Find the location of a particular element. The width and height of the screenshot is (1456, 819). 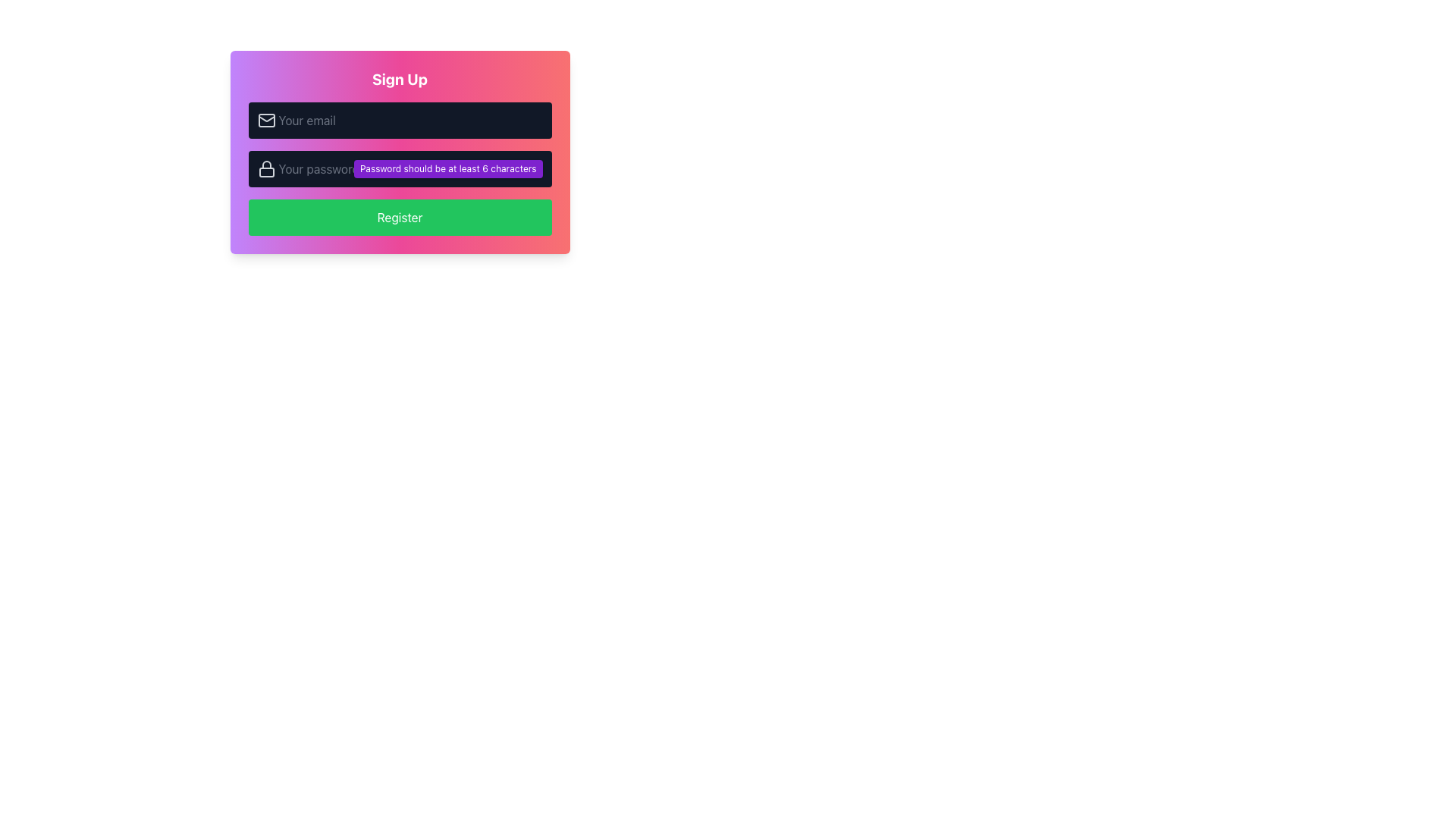

the rectangular 'Register' button with a bright green background is located at coordinates (400, 217).